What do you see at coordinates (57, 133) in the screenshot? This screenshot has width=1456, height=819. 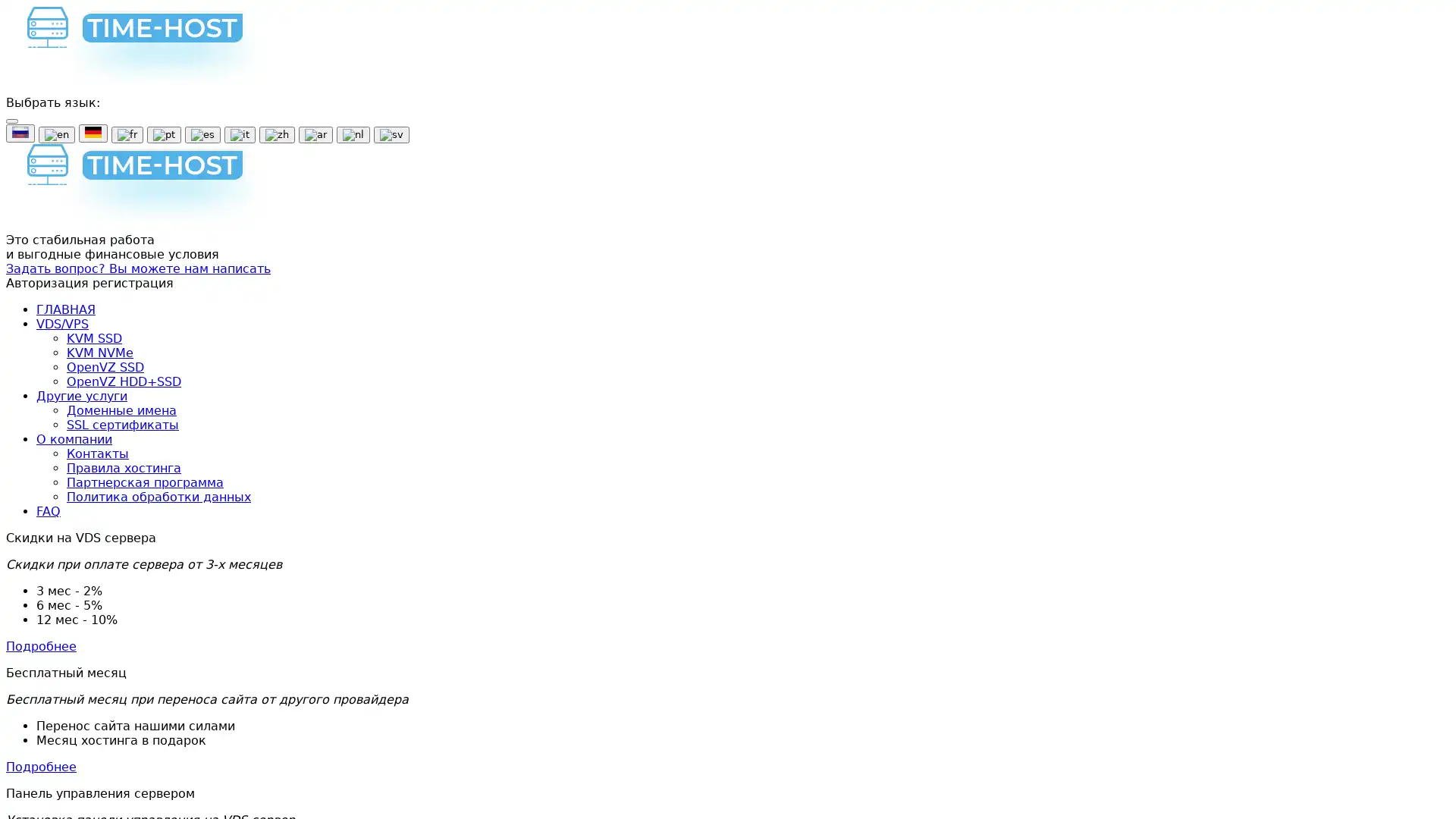 I see `en` at bounding box center [57, 133].